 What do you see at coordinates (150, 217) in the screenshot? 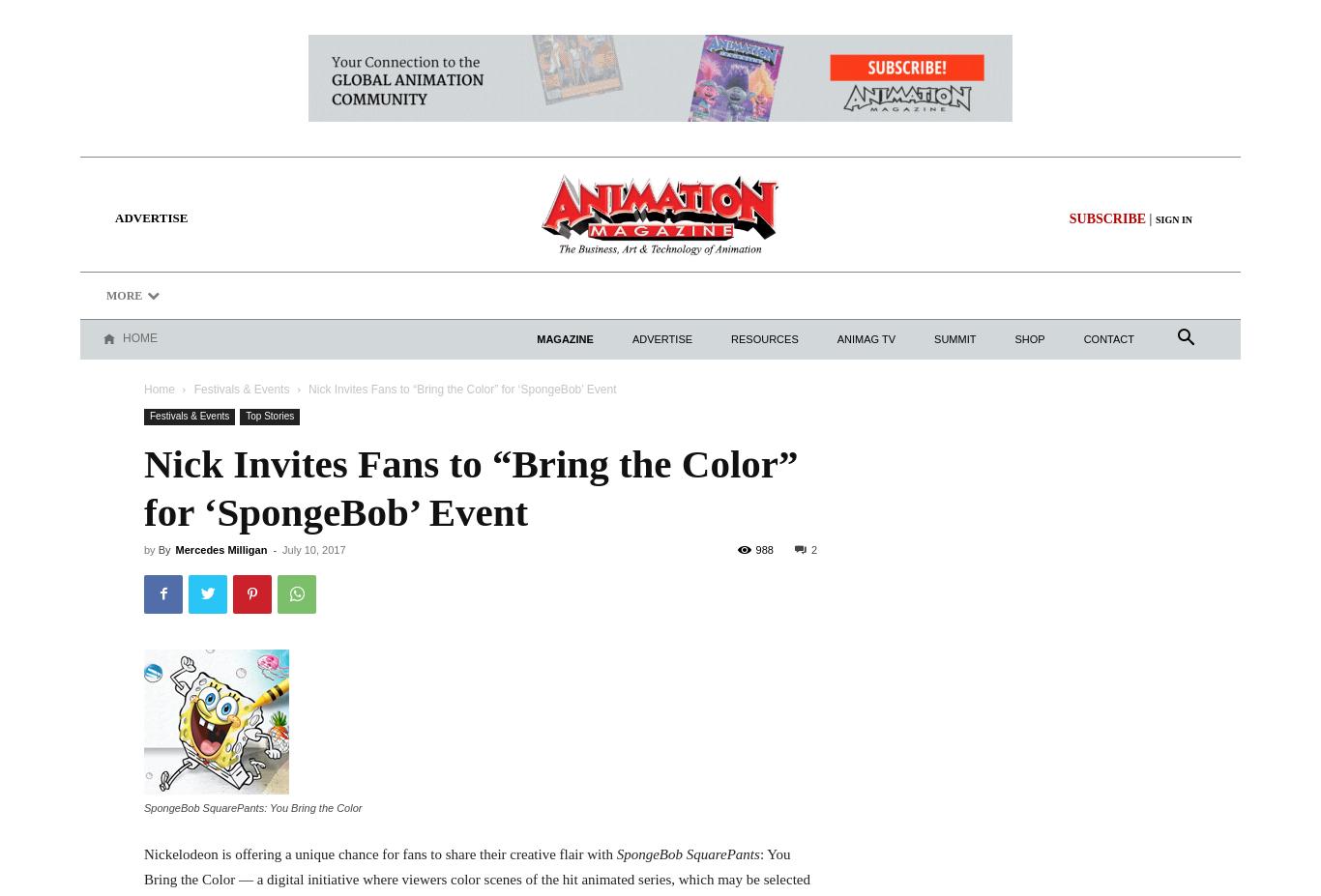
I see `'ADVERTISE'` at bounding box center [150, 217].